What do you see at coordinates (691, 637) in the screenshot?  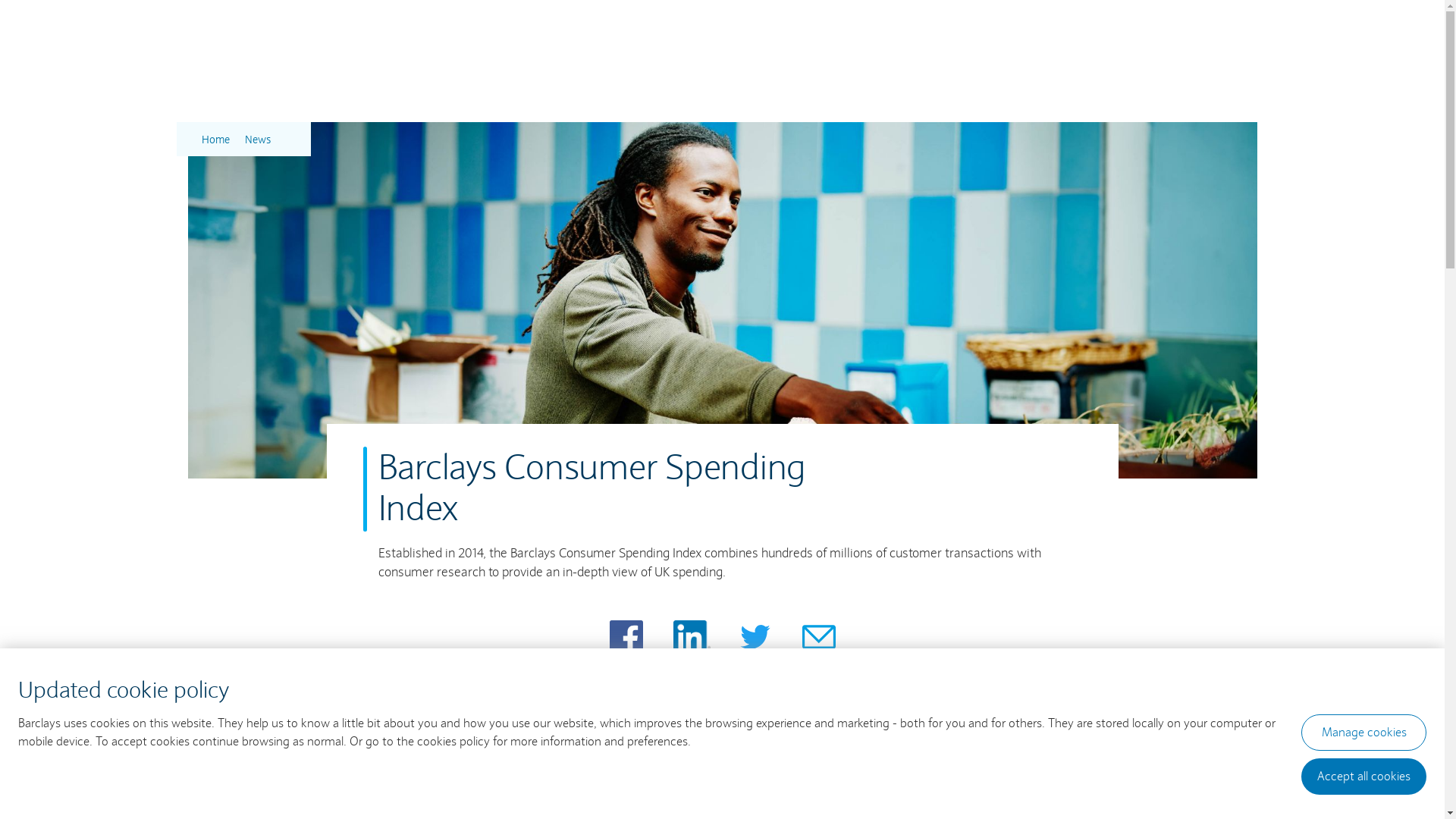 I see `'Share page via LinkedIn'` at bounding box center [691, 637].